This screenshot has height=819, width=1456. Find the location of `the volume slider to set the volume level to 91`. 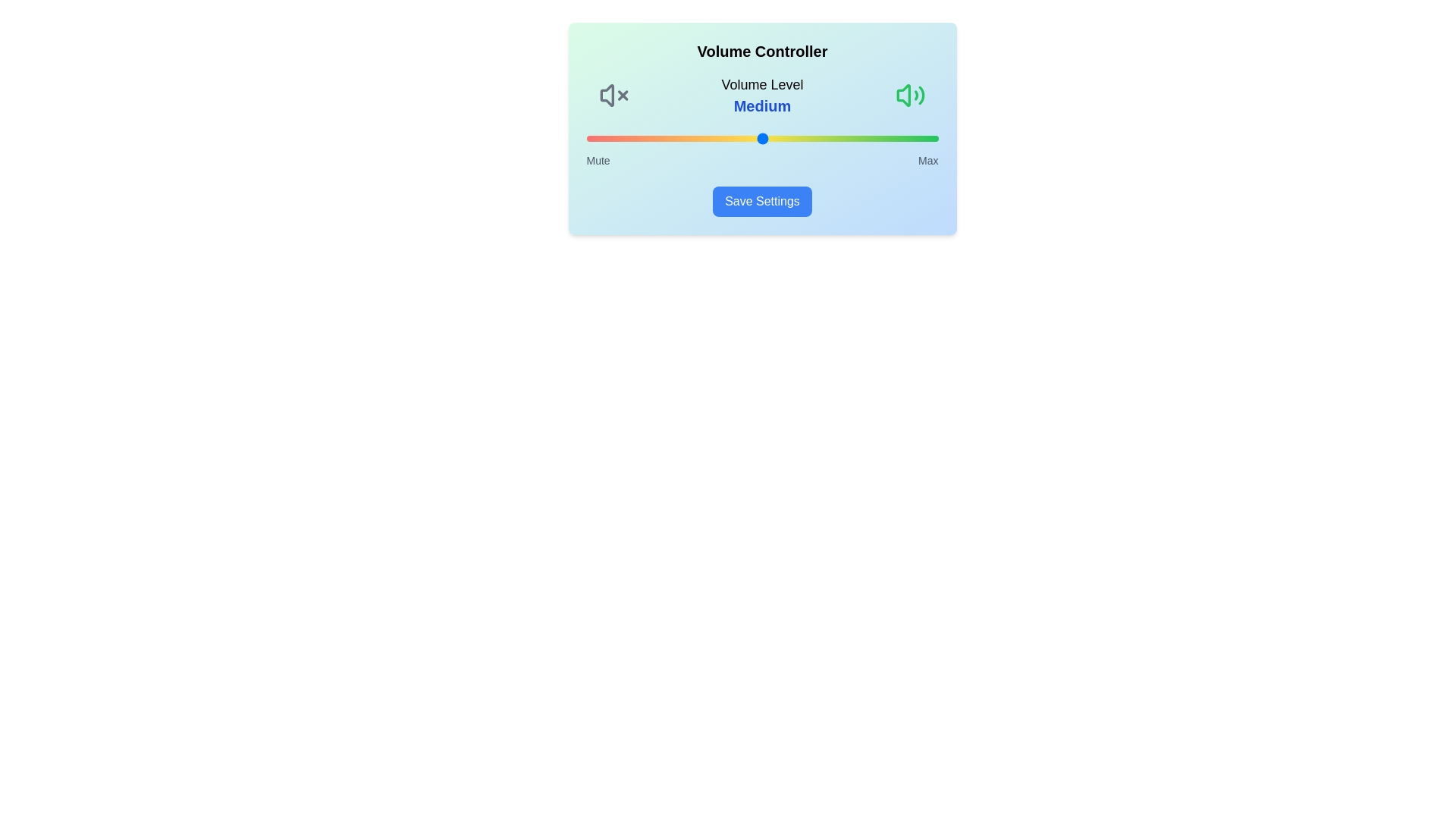

the volume slider to set the volume level to 91 is located at coordinates (906, 138).